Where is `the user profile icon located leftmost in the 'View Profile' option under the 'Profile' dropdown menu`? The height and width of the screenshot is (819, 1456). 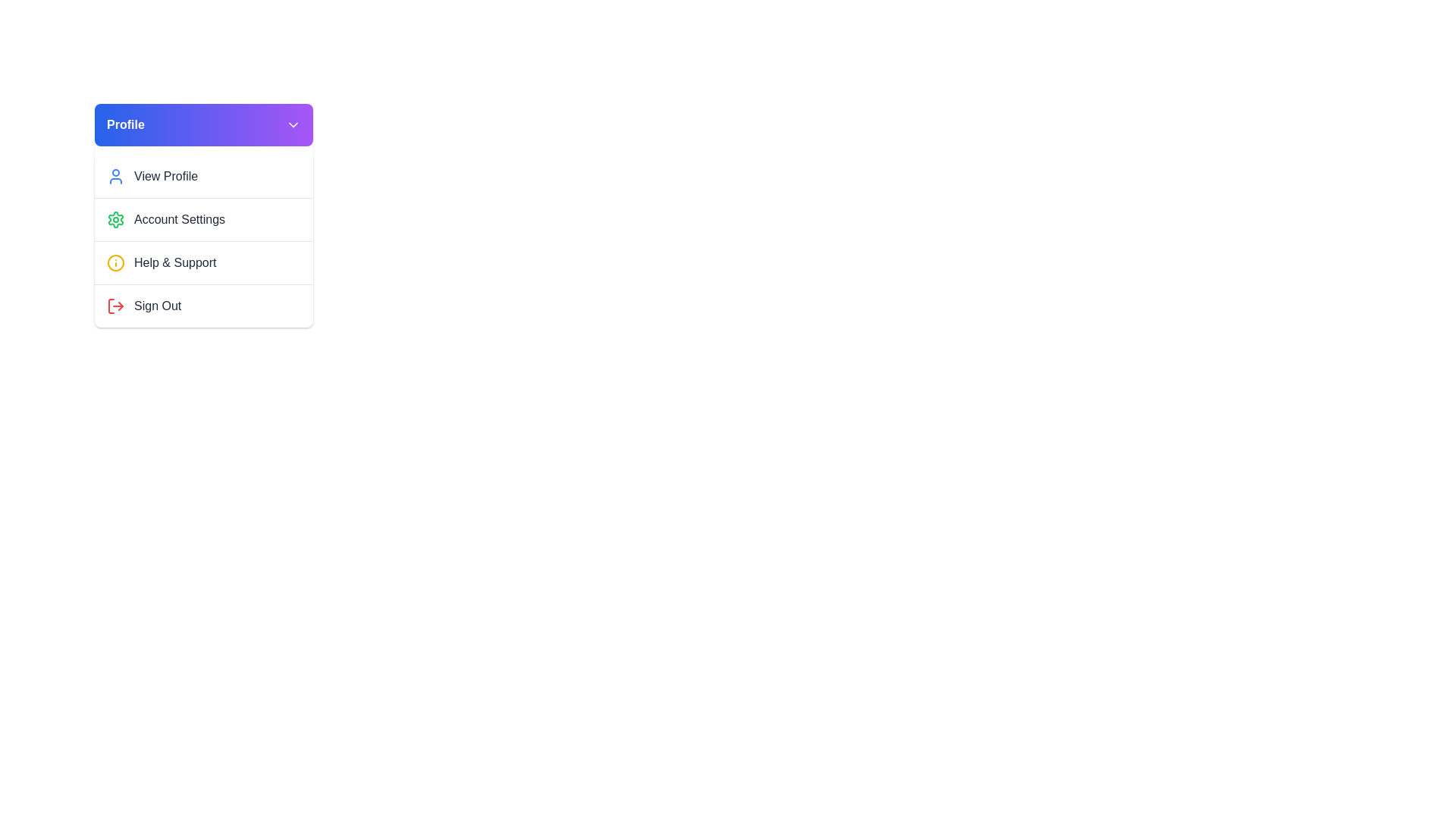 the user profile icon located leftmost in the 'View Profile' option under the 'Profile' dropdown menu is located at coordinates (115, 175).